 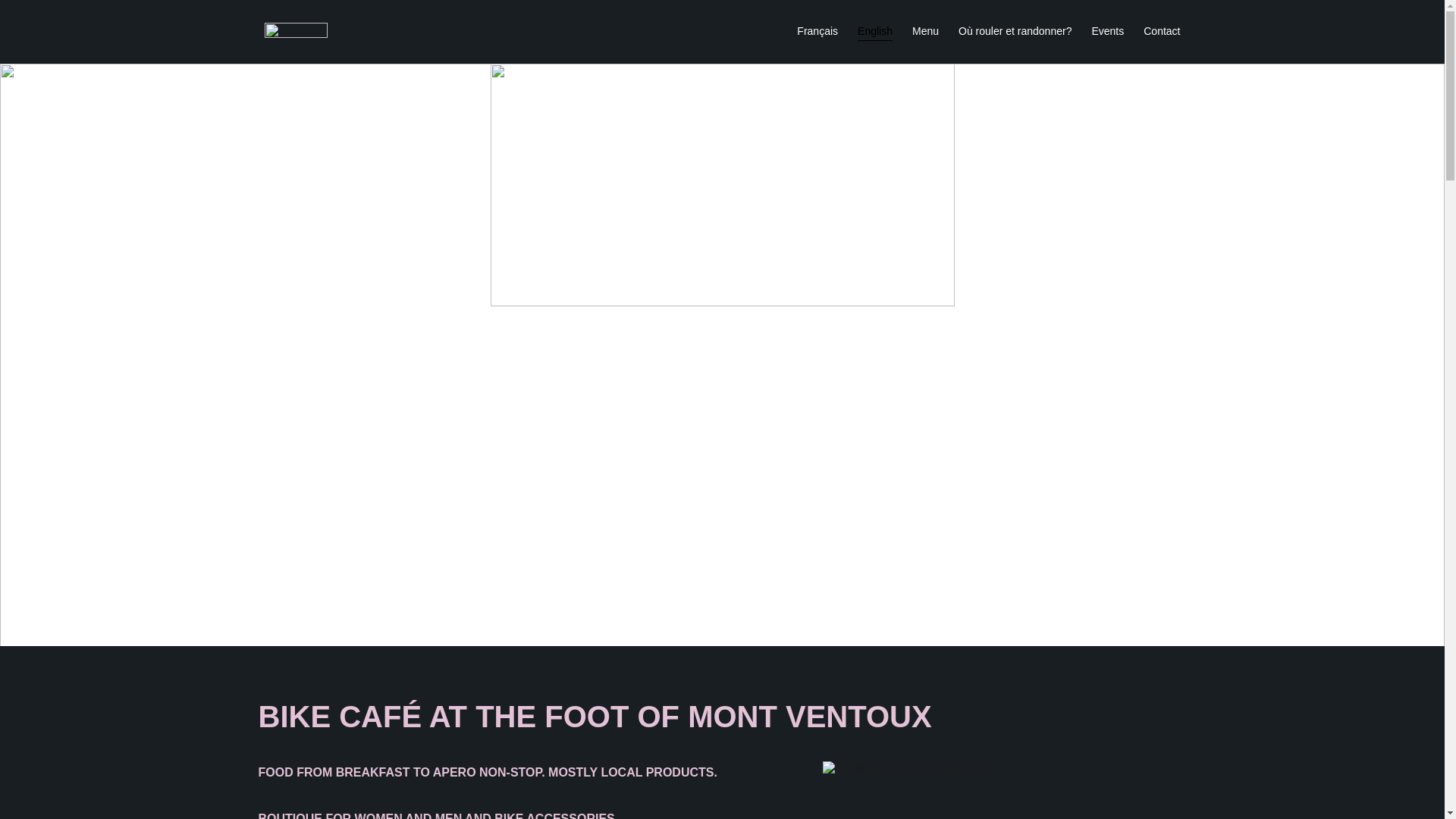 I want to click on 'Go to Instagram page', so click(x=265, y=573).